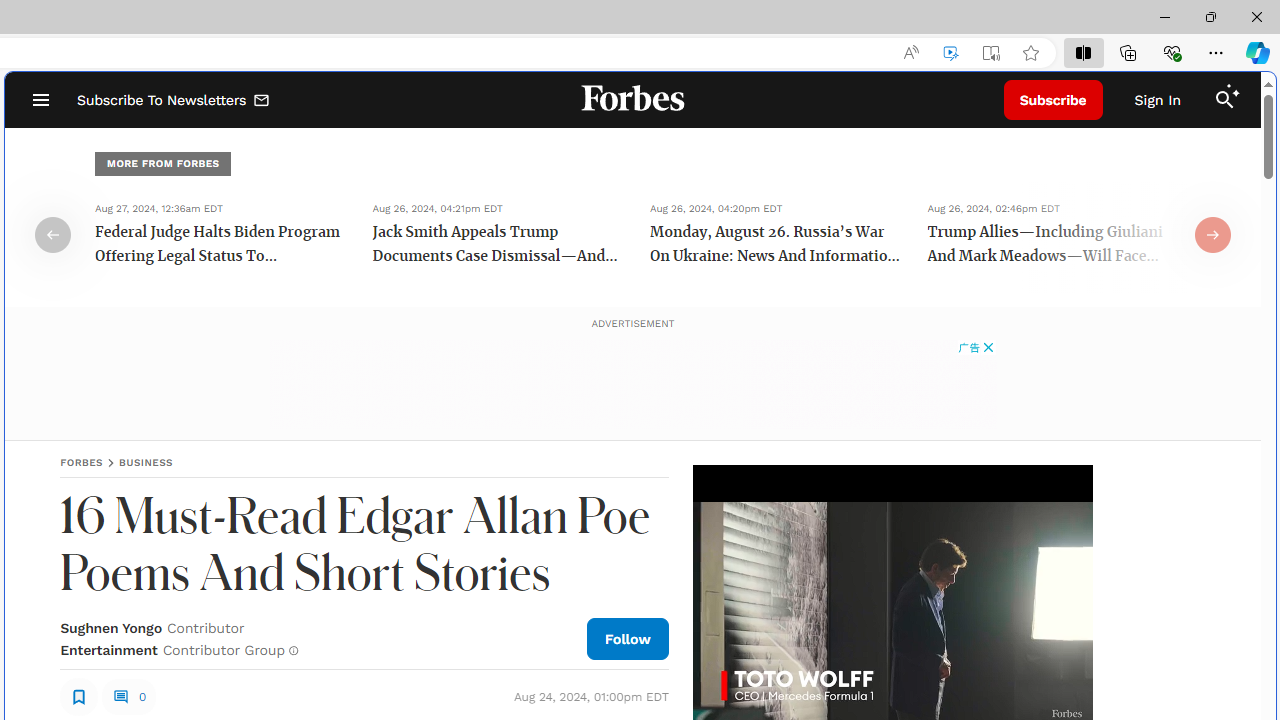 Image resolution: width=1280 pixels, height=720 pixels. What do you see at coordinates (128, 695) in the screenshot?
I see `'0'` at bounding box center [128, 695].